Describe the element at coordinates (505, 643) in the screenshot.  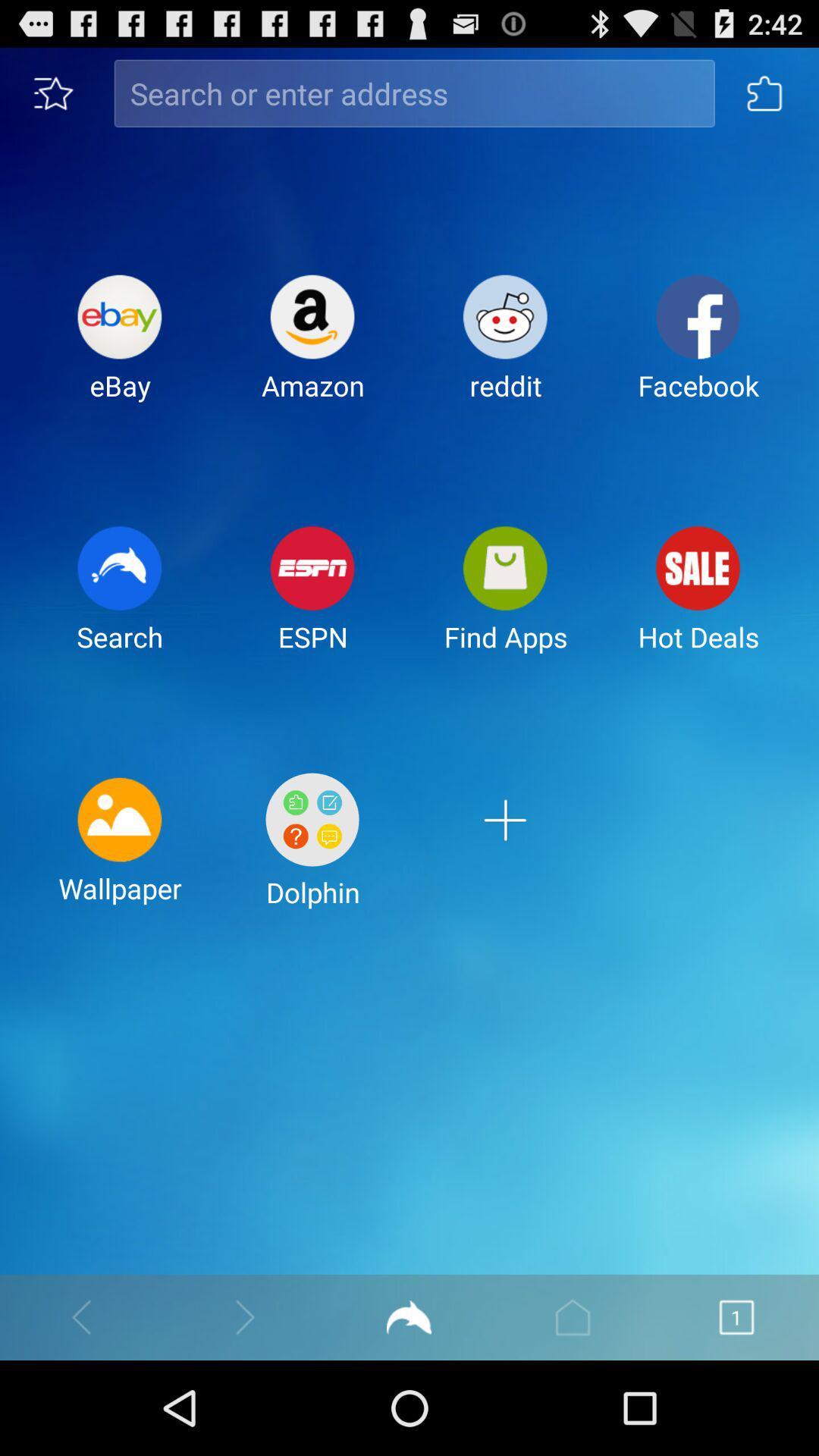
I see `the email icon` at that location.